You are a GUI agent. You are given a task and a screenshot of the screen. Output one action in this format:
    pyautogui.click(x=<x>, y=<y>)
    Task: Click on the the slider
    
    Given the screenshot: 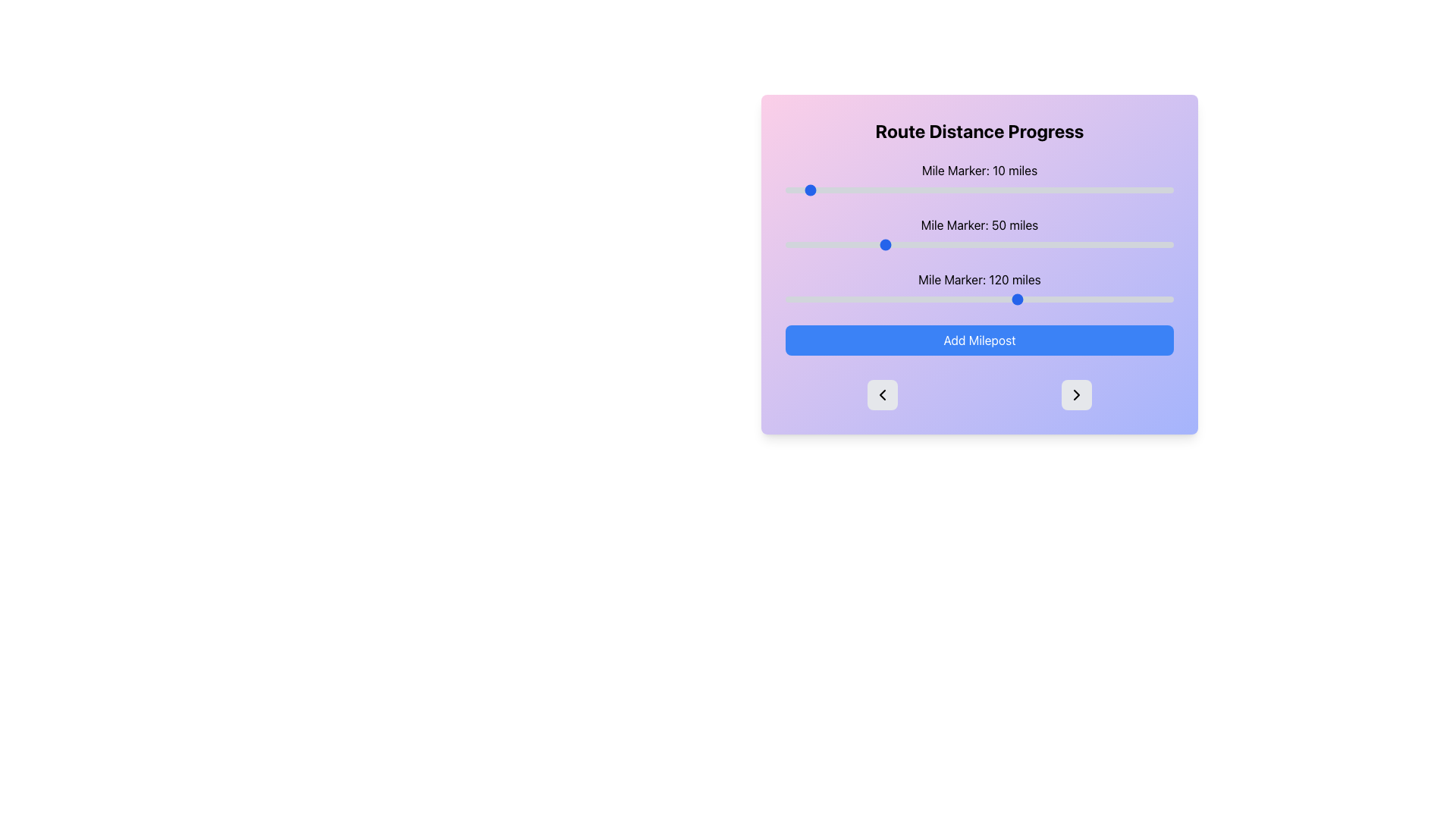 What is the action you would take?
    pyautogui.click(x=859, y=244)
    